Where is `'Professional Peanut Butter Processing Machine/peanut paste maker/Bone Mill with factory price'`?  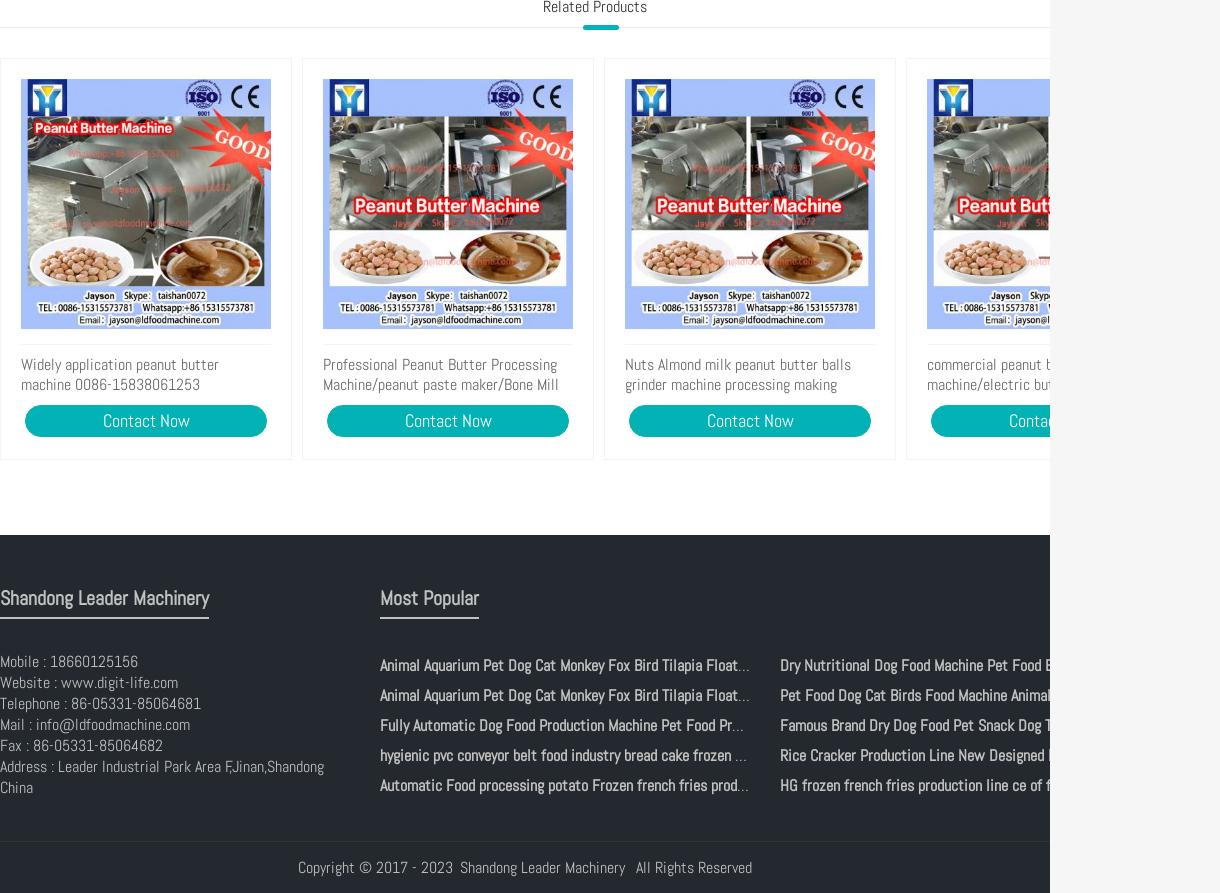
'Professional Peanut Butter Processing Machine/peanut paste maker/Bone Mill with factory price' is located at coordinates (441, 384).